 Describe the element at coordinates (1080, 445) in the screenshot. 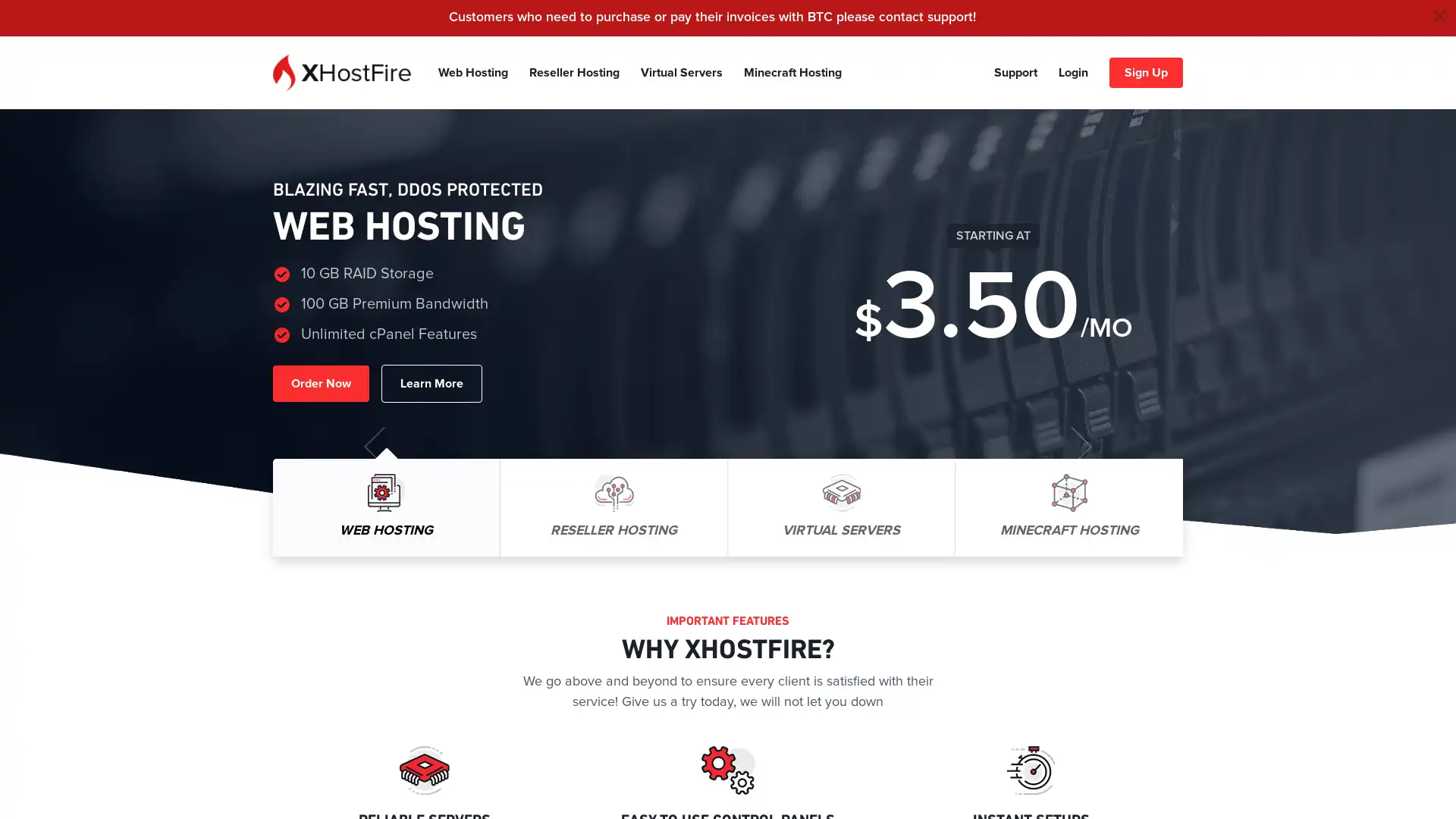

I see `Next slide` at that location.